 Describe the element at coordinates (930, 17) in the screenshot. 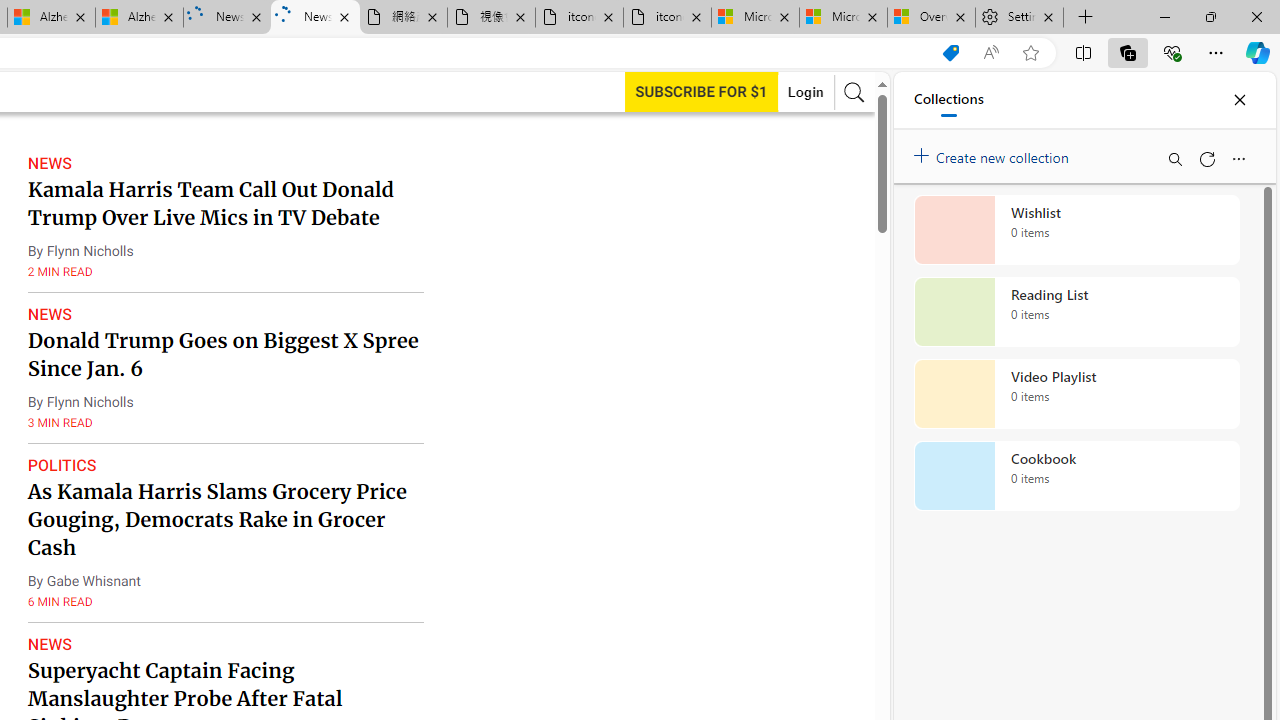

I see `'Overview'` at that location.